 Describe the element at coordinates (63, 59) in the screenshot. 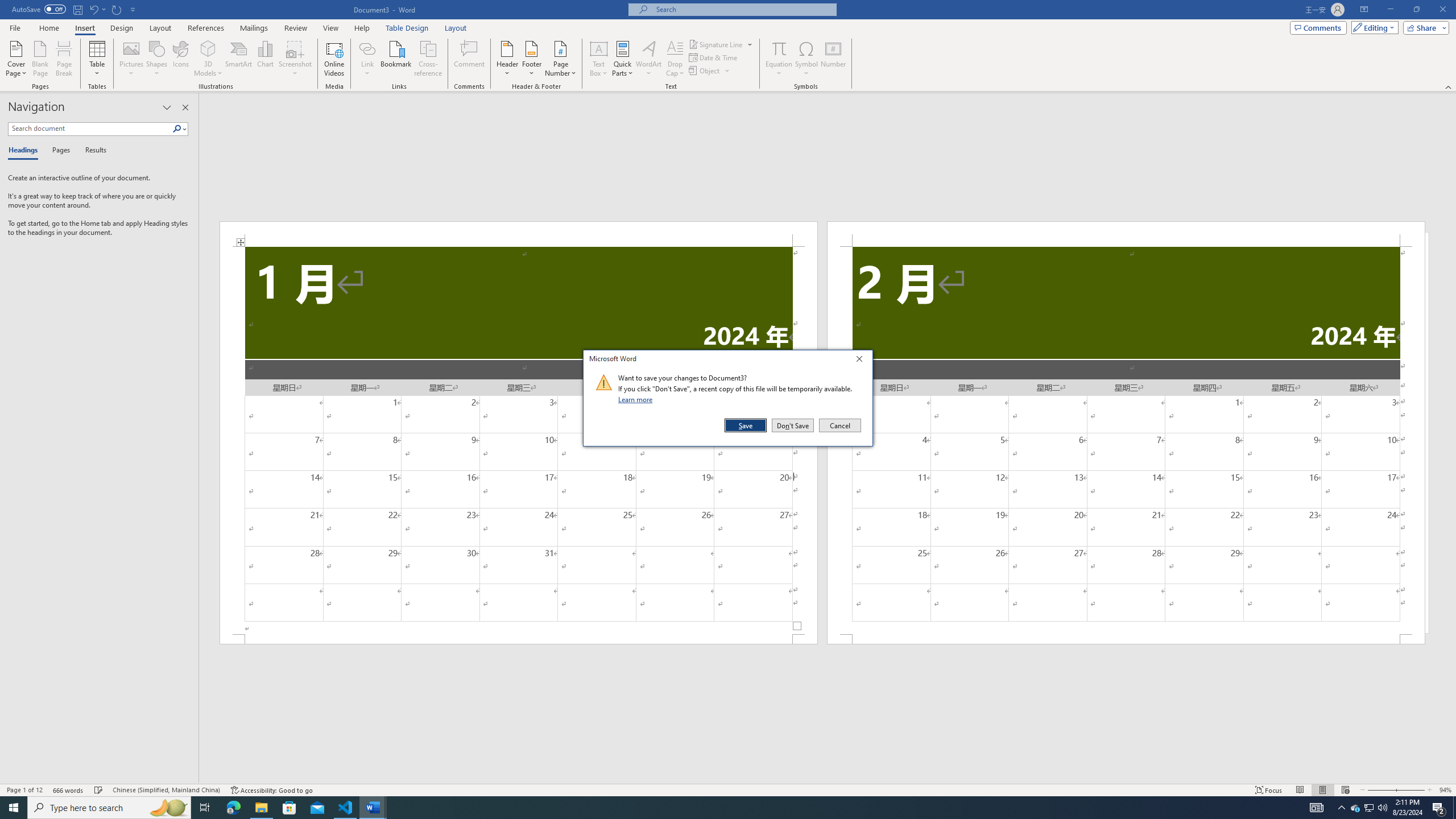

I see `'Page Break'` at that location.